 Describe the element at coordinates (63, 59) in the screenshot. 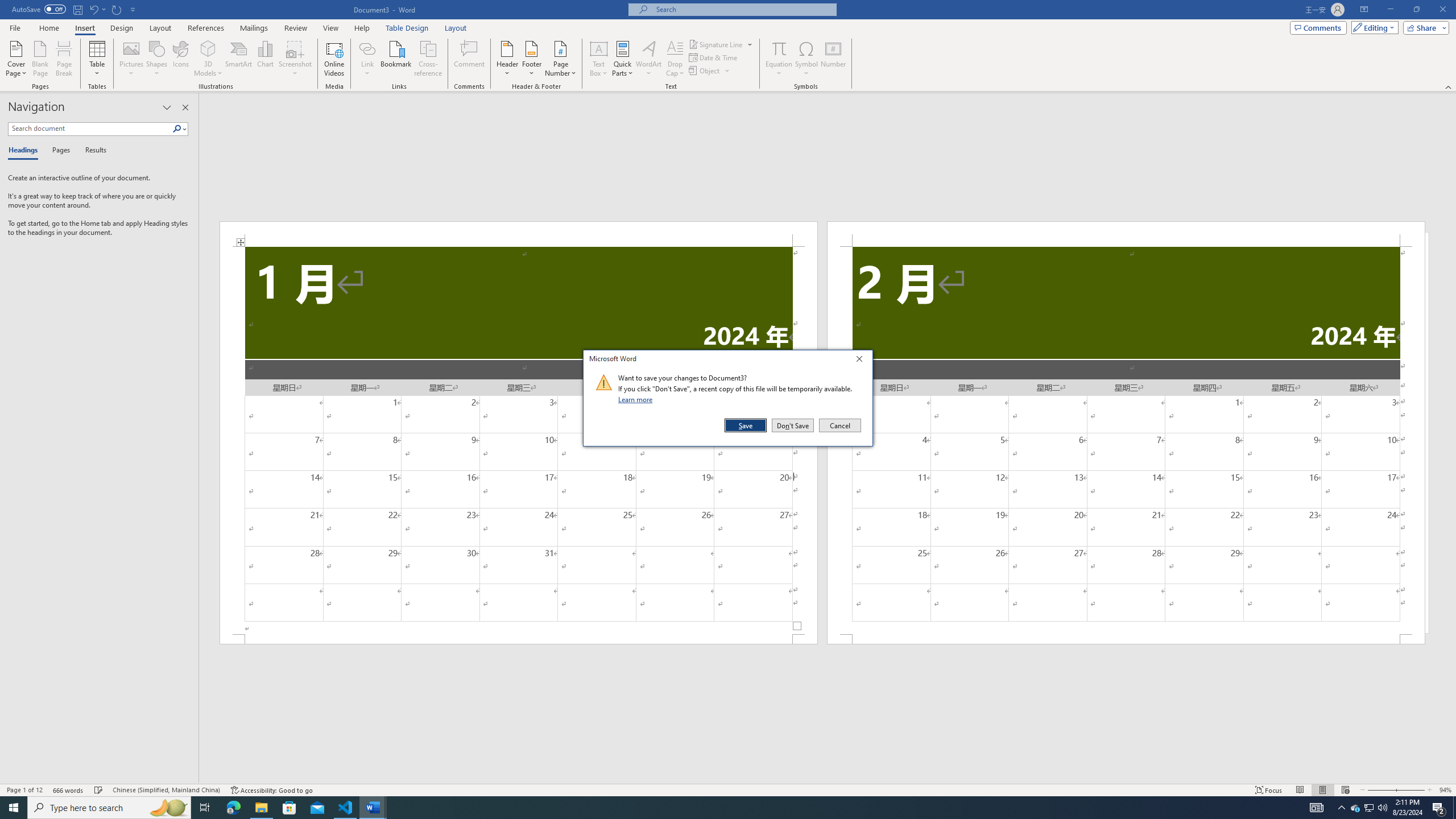

I see `'Page Break'` at that location.